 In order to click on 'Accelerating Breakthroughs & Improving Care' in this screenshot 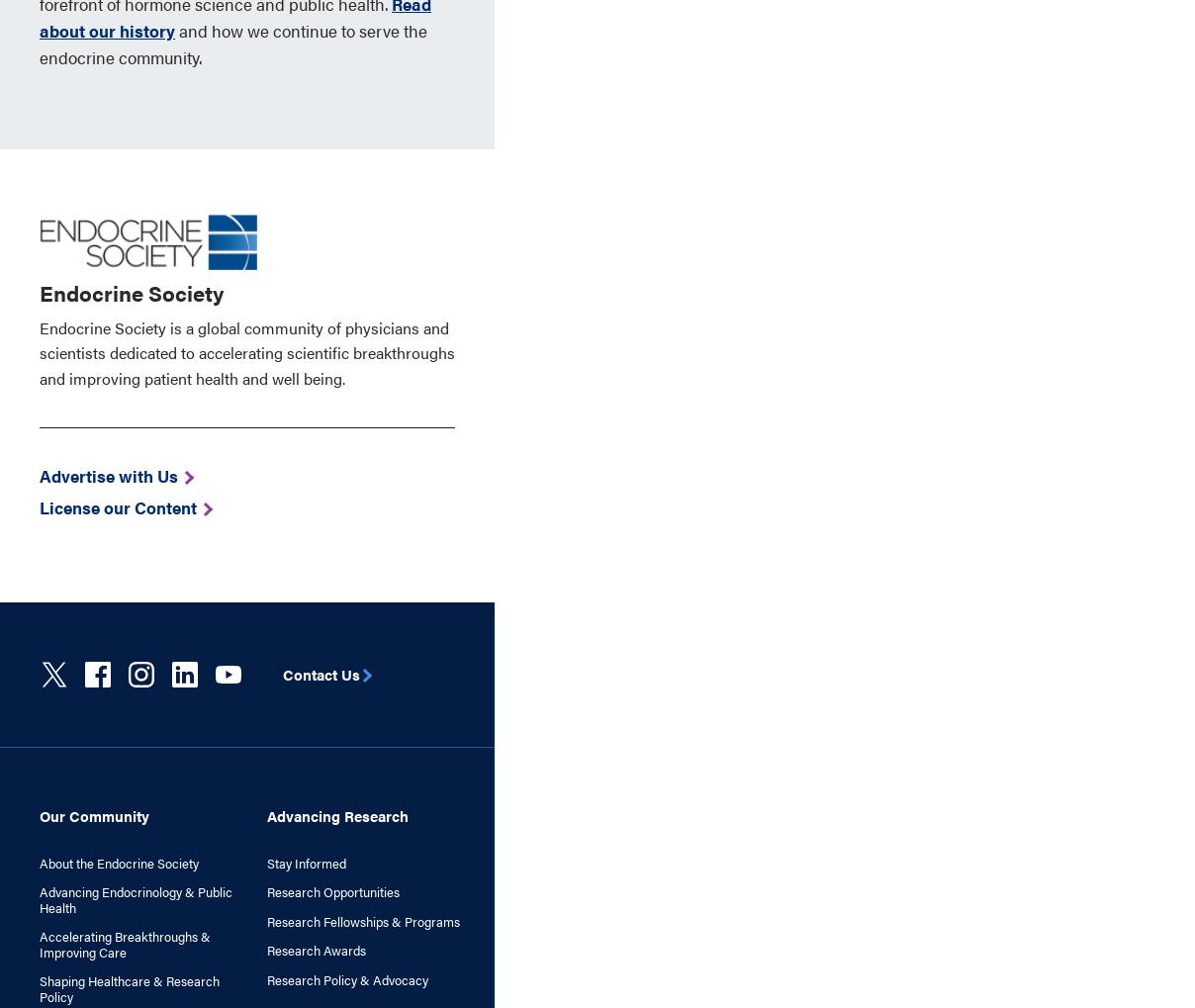, I will do `click(124, 942)`.